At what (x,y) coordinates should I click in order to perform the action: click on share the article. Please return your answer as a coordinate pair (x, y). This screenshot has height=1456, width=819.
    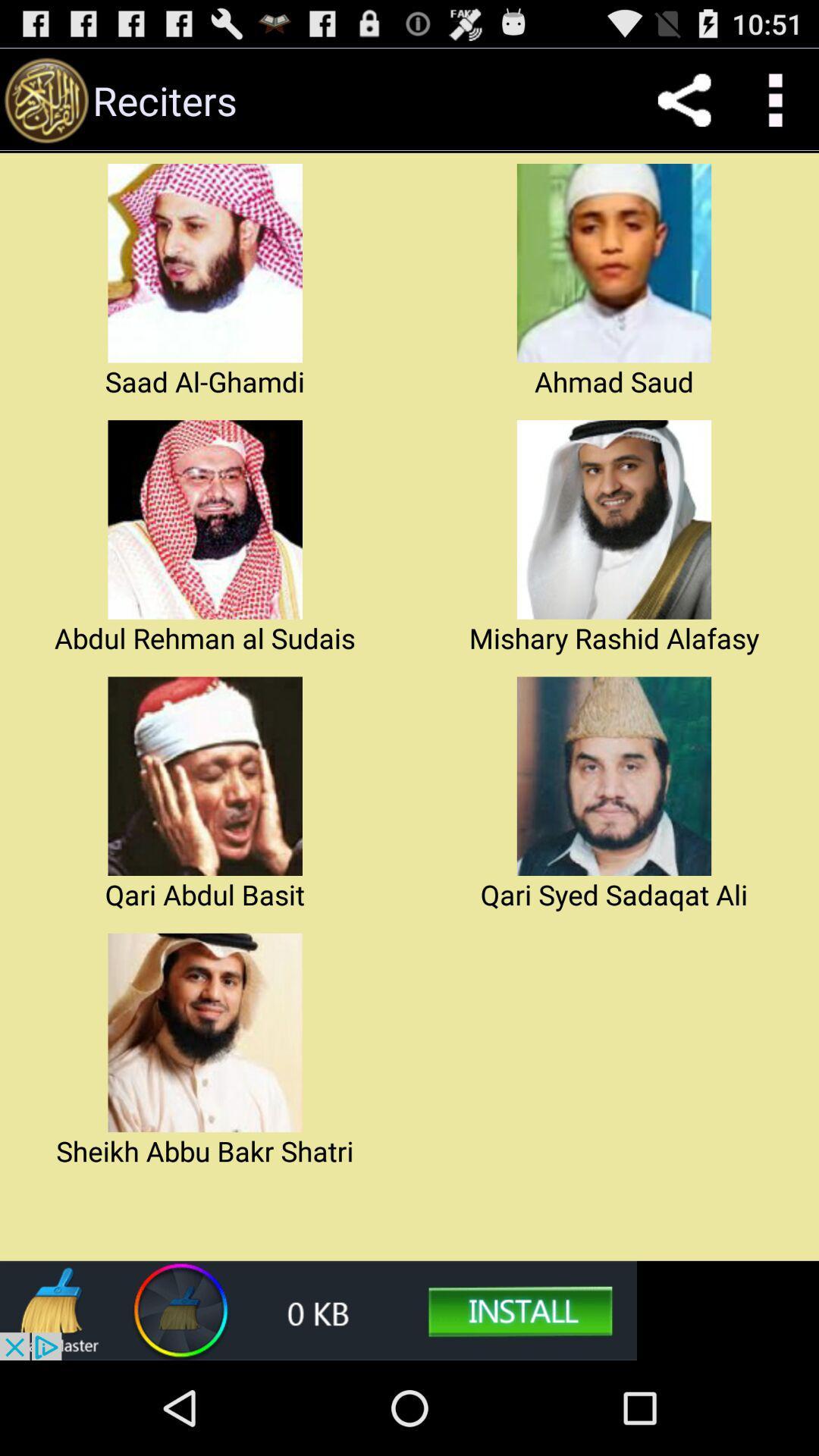
    Looking at the image, I should click on (684, 99).